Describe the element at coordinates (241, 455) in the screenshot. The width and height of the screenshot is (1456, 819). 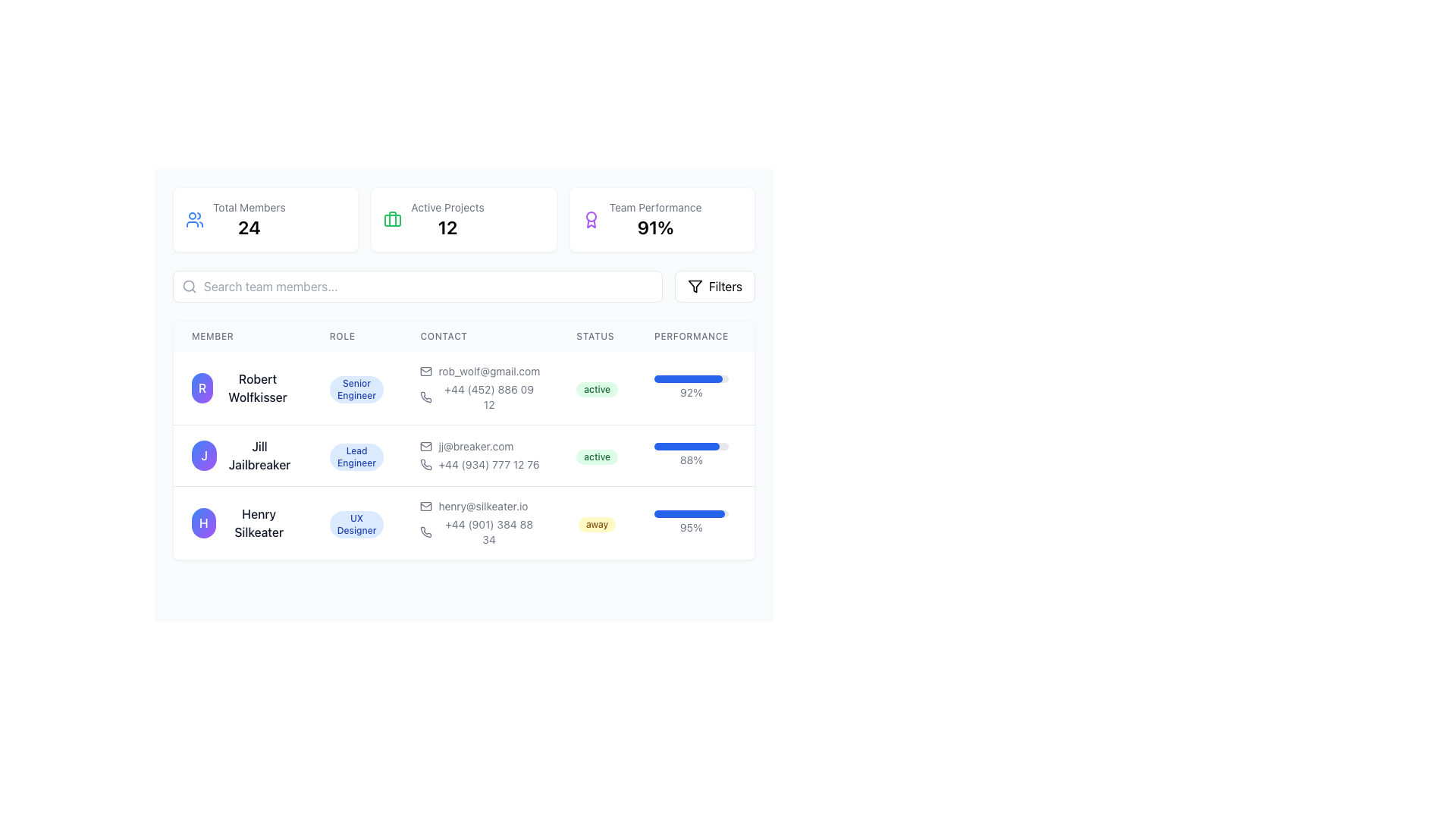
I see `the name label 'Jill Jailbreaker' with the avatar icon` at that location.